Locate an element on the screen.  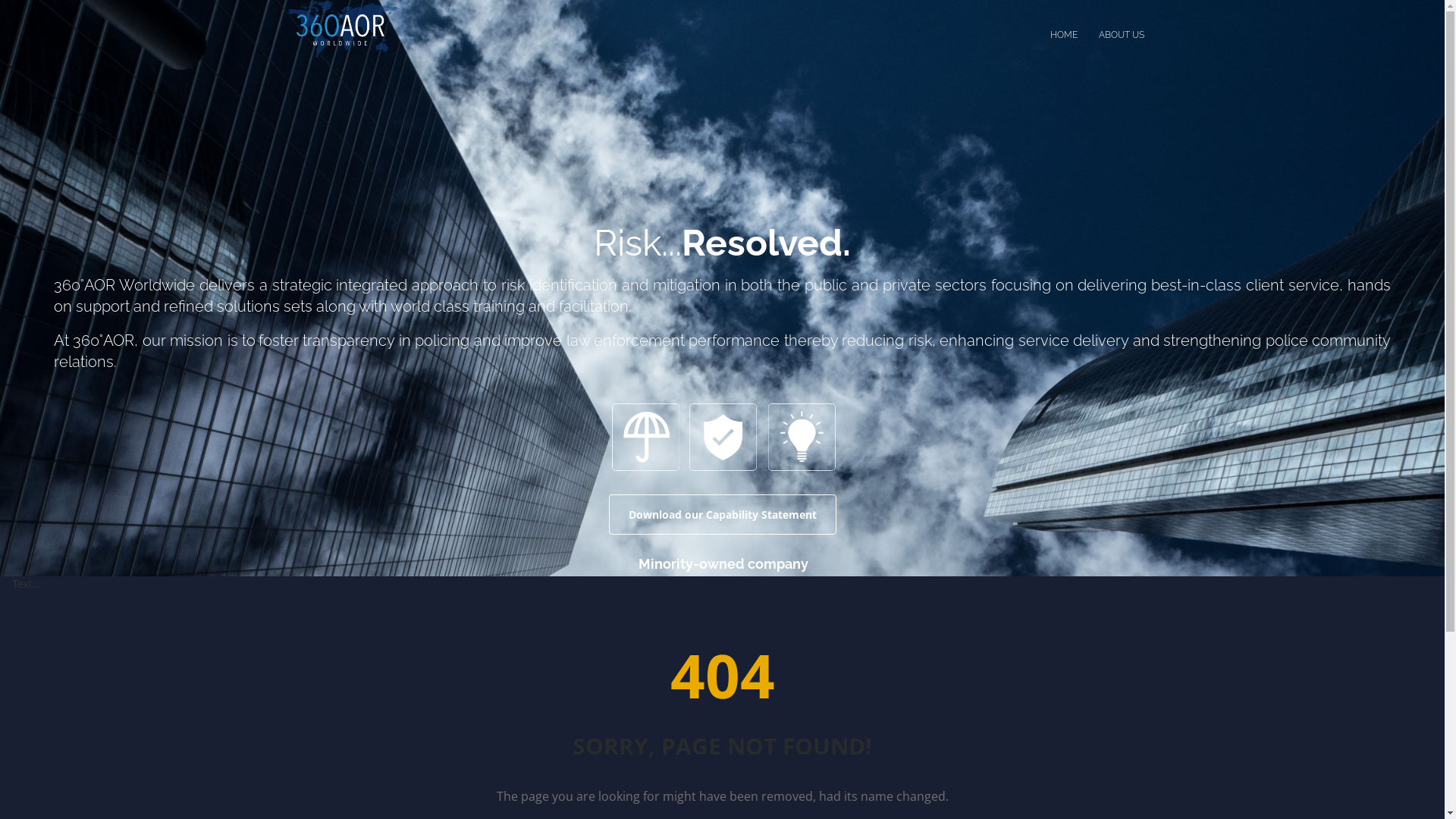
'HOME' is located at coordinates (1062, 34).